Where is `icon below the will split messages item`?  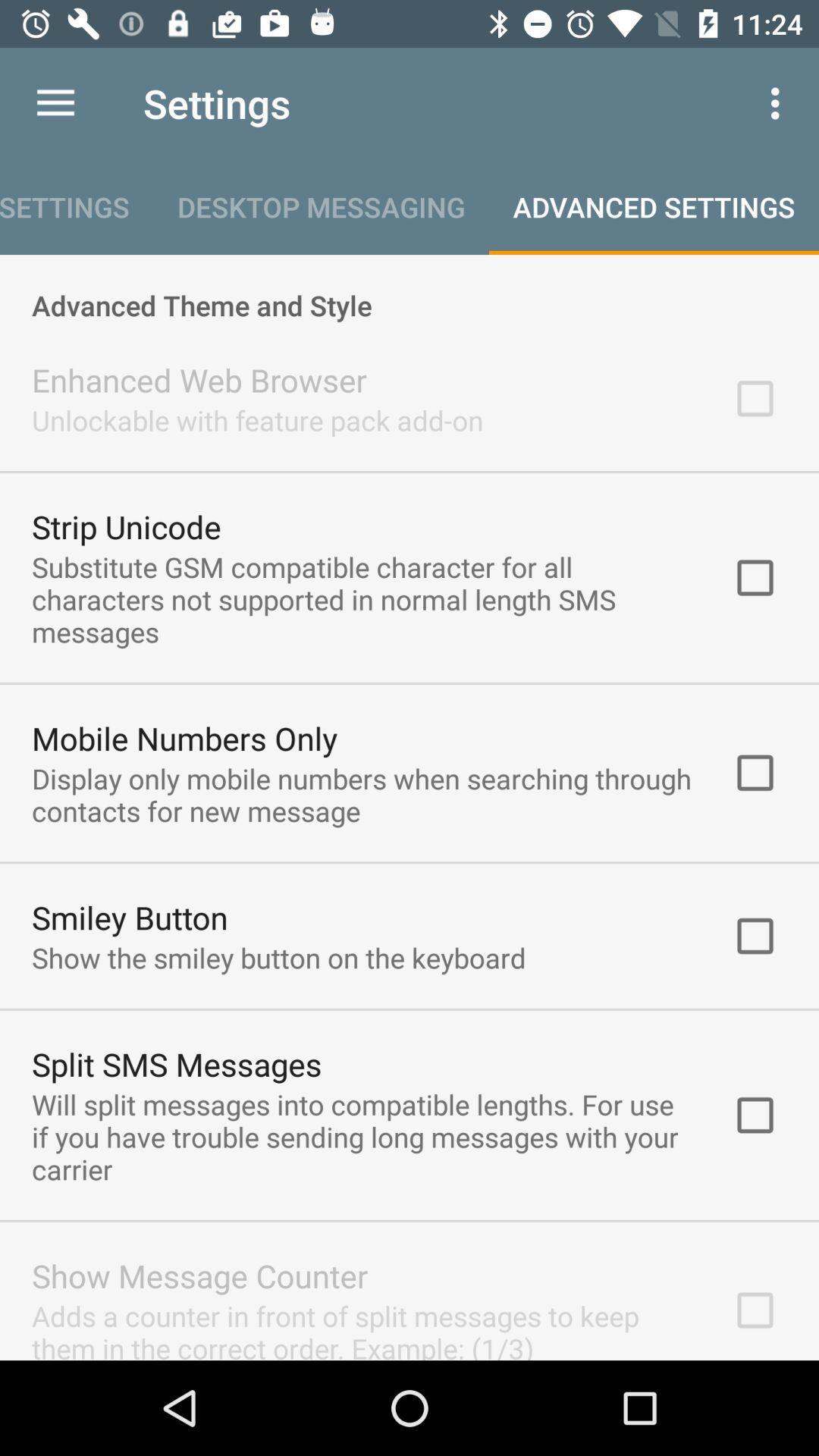 icon below the will split messages item is located at coordinates (199, 1275).